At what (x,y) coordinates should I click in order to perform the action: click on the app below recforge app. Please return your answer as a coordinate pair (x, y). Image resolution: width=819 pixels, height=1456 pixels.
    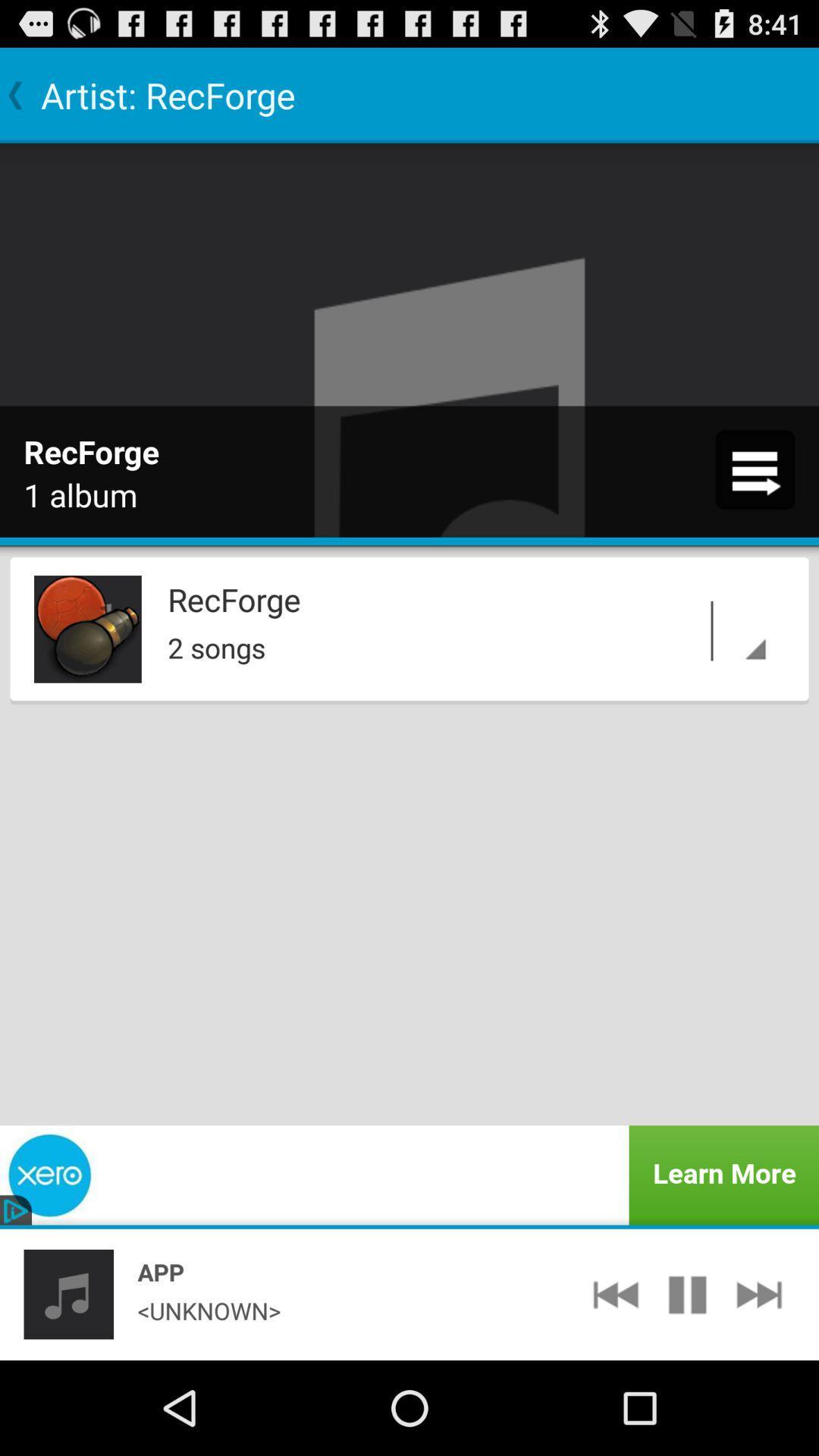
    Looking at the image, I should click on (722, 630).